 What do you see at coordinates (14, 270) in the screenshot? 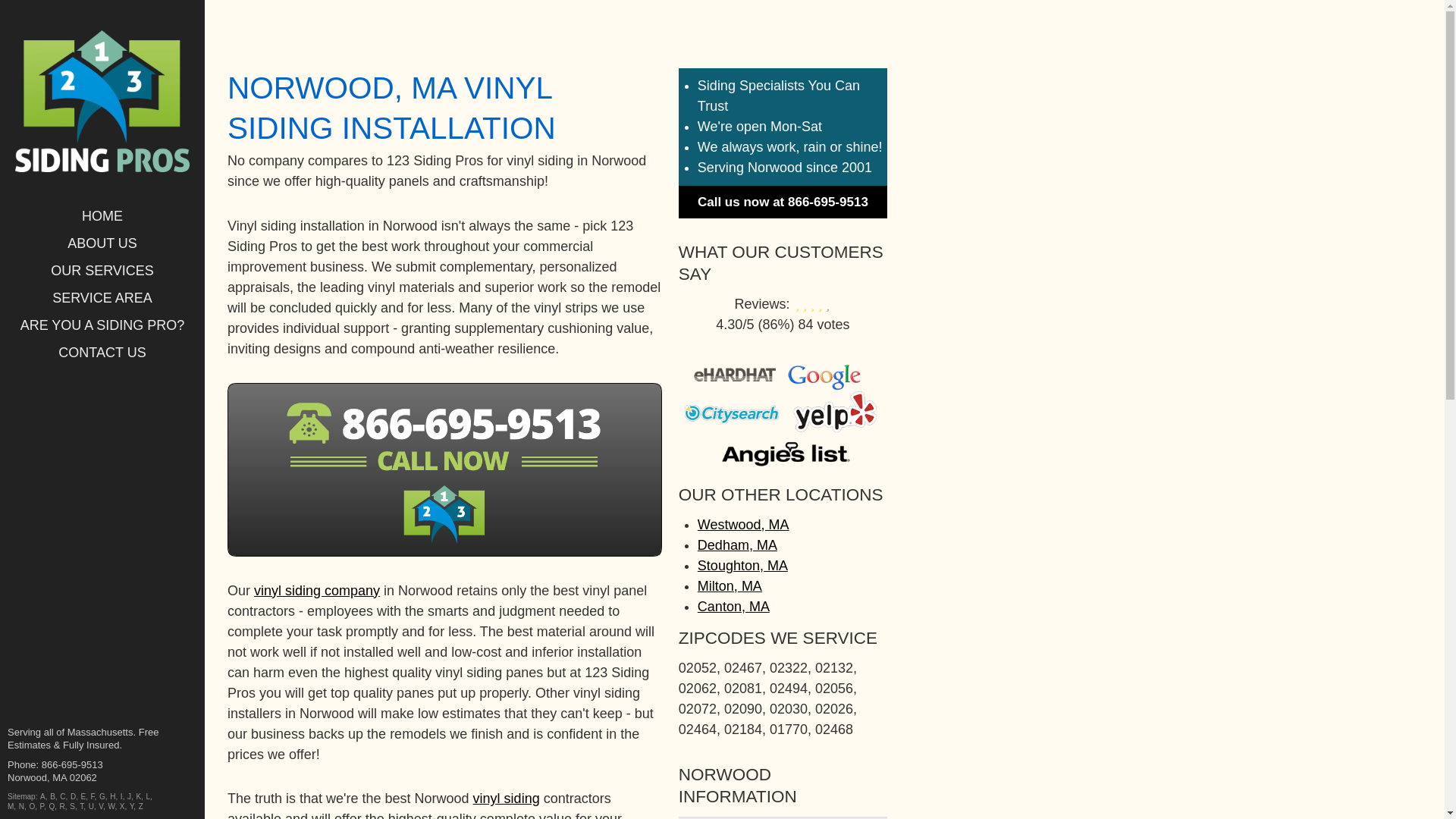
I see `'OUR SERVICES'` at bounding box center [14, 270].